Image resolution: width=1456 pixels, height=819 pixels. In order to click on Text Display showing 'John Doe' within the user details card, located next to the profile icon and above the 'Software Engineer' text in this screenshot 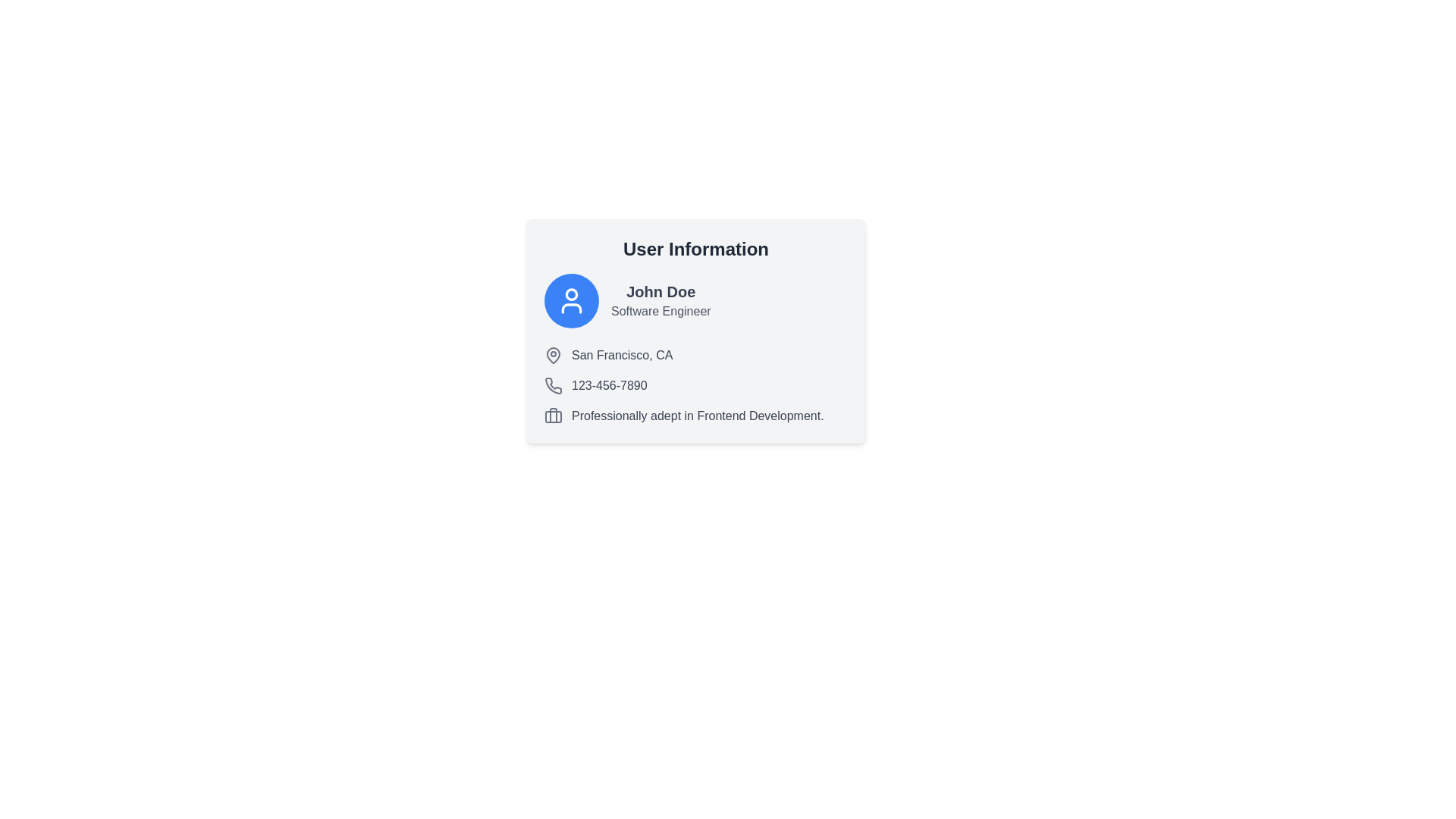, I will do `click(661, 292)`.